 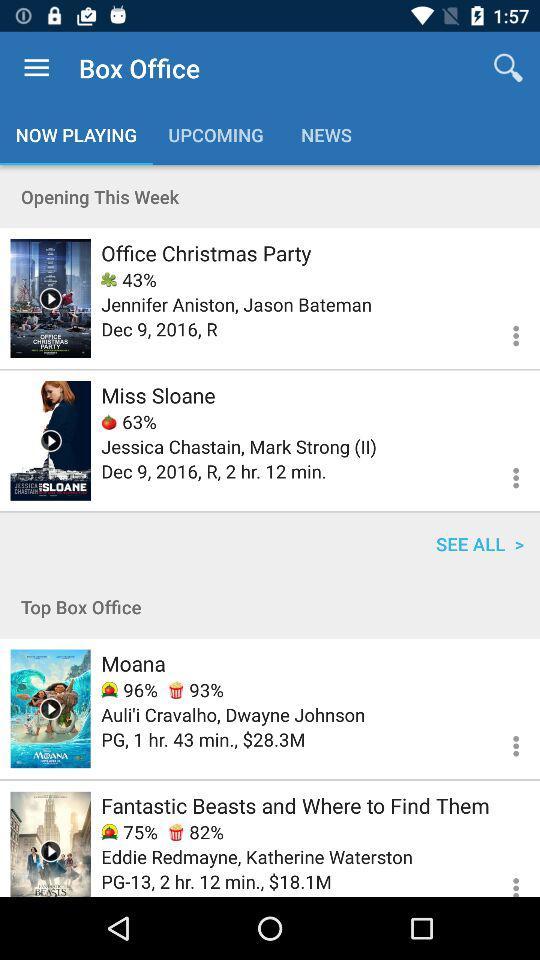 I want to click on options, so click(x=503, y=877).